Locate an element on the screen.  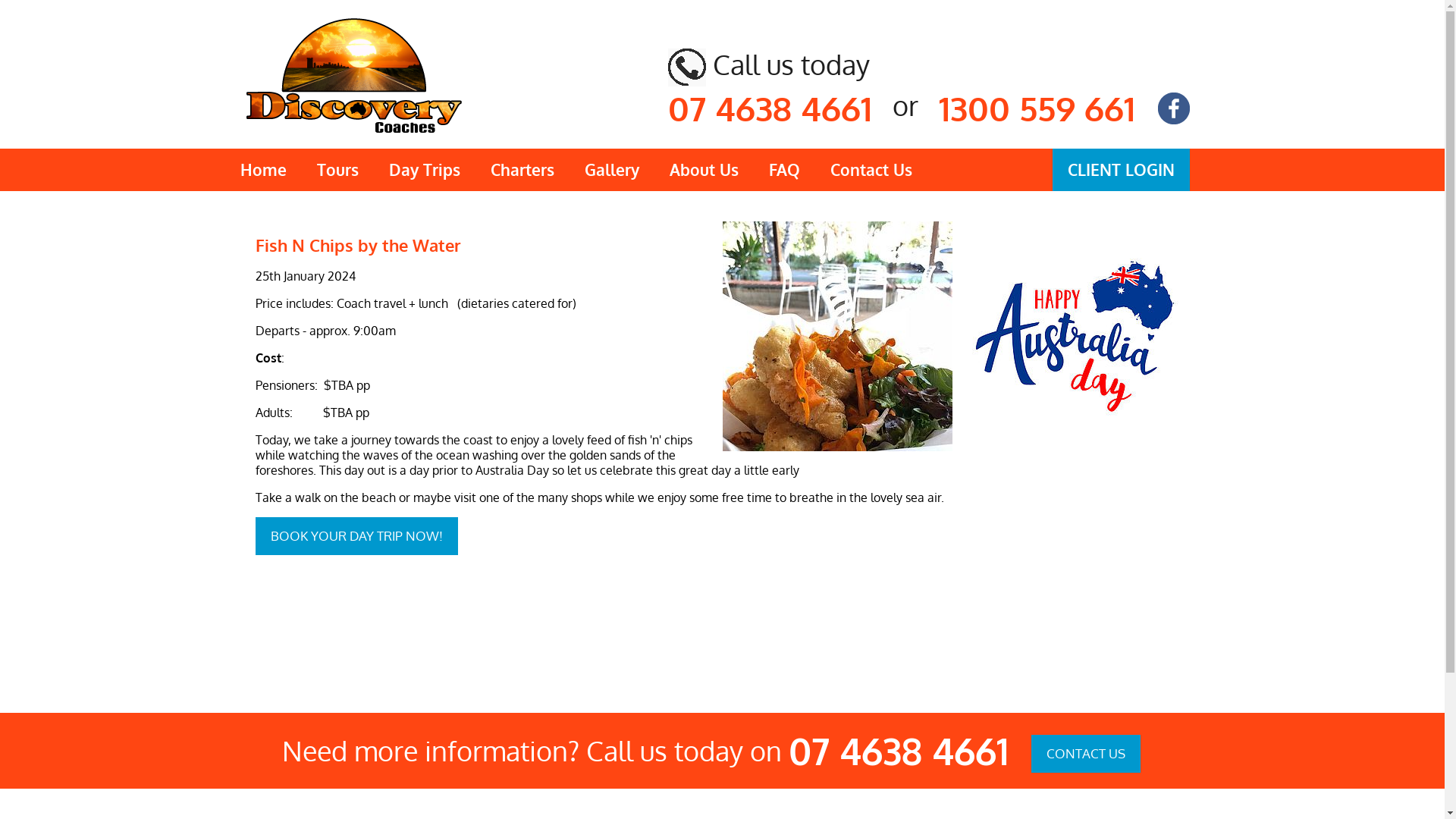
'Charters' is located at coordinates (473, 169).